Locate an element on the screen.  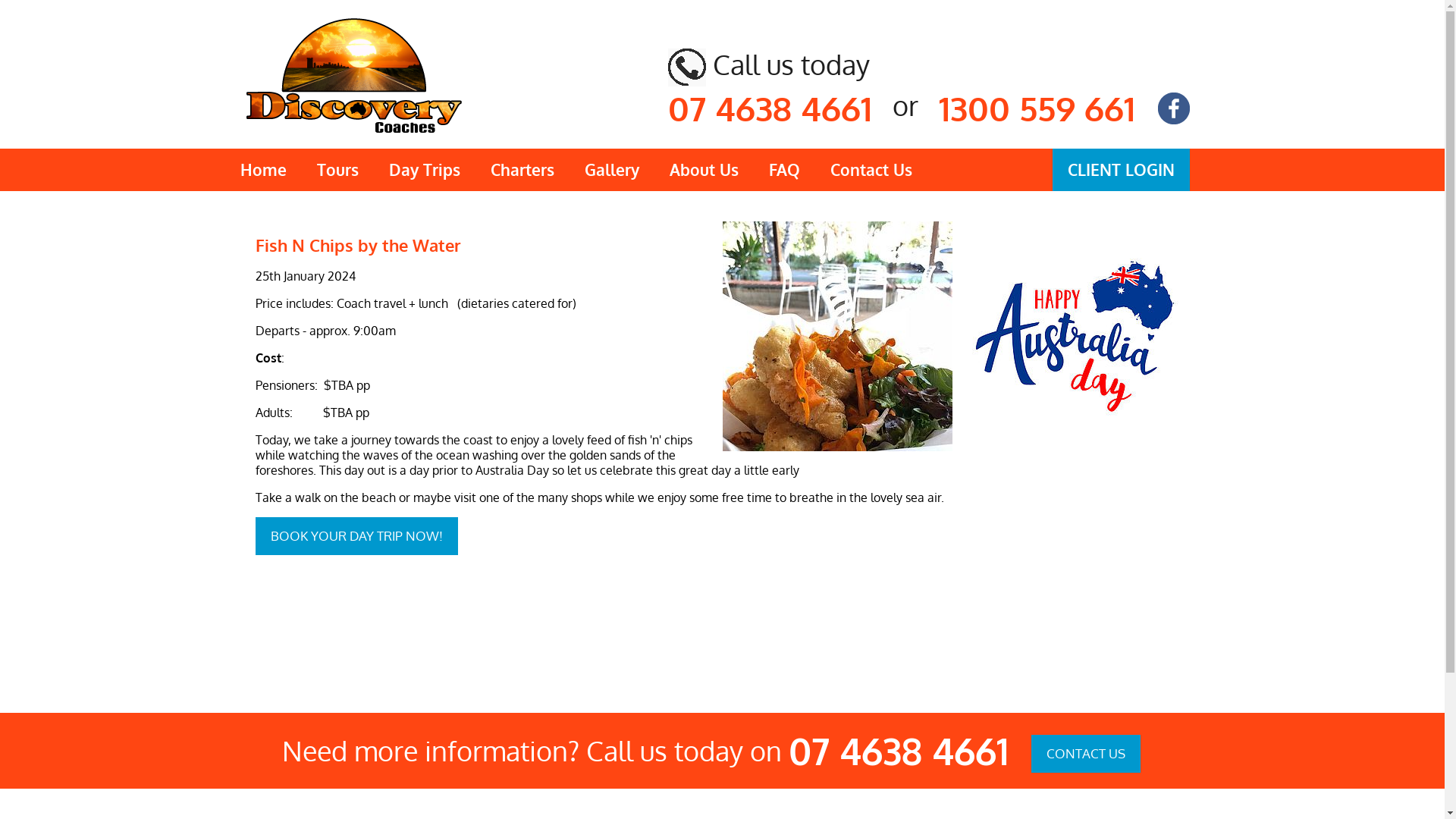
'Charters' is located at coordinates (473, 169).